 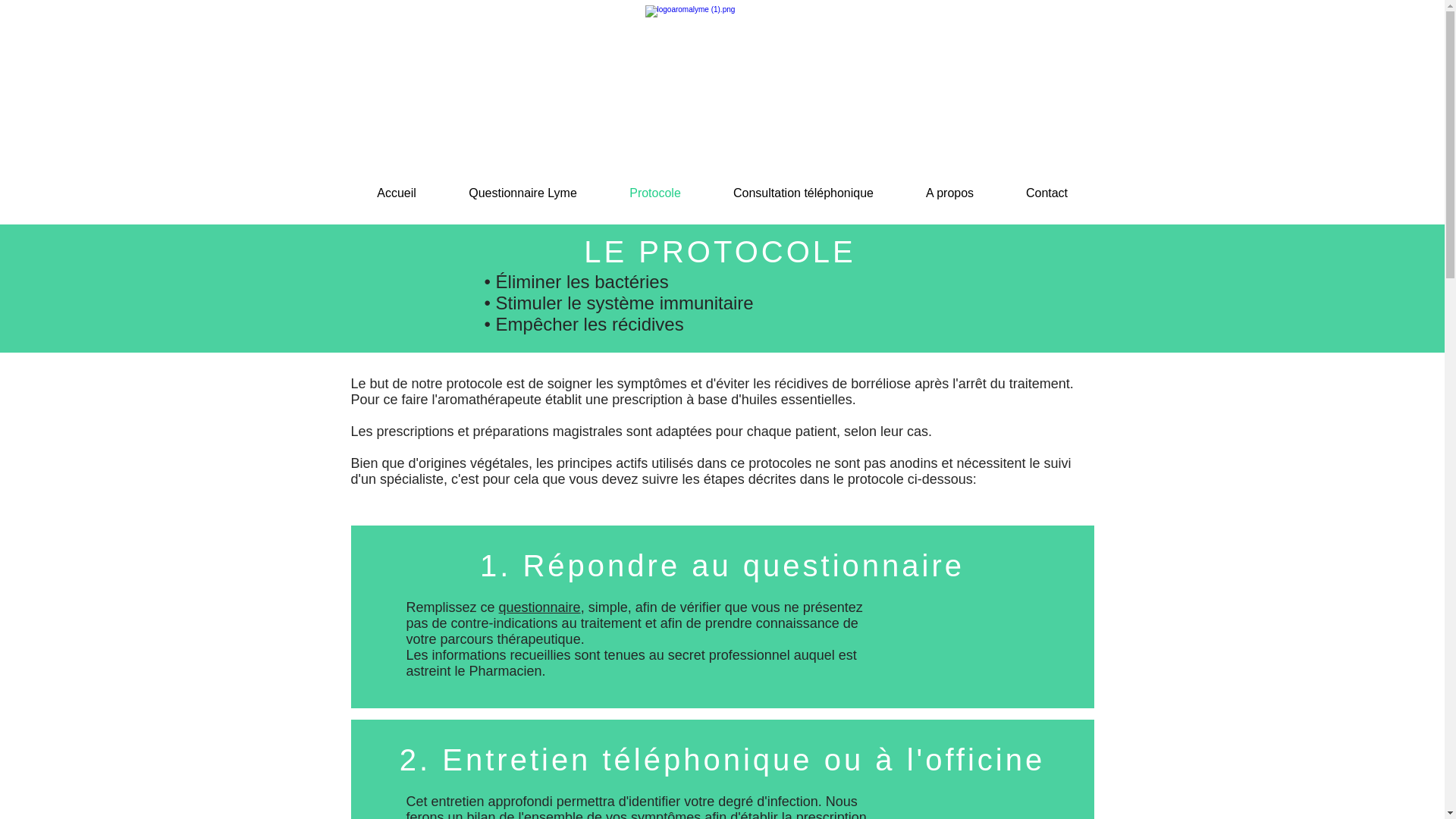 I want to click on 'Questionnaire Lyme', so click(x=523, y=192).